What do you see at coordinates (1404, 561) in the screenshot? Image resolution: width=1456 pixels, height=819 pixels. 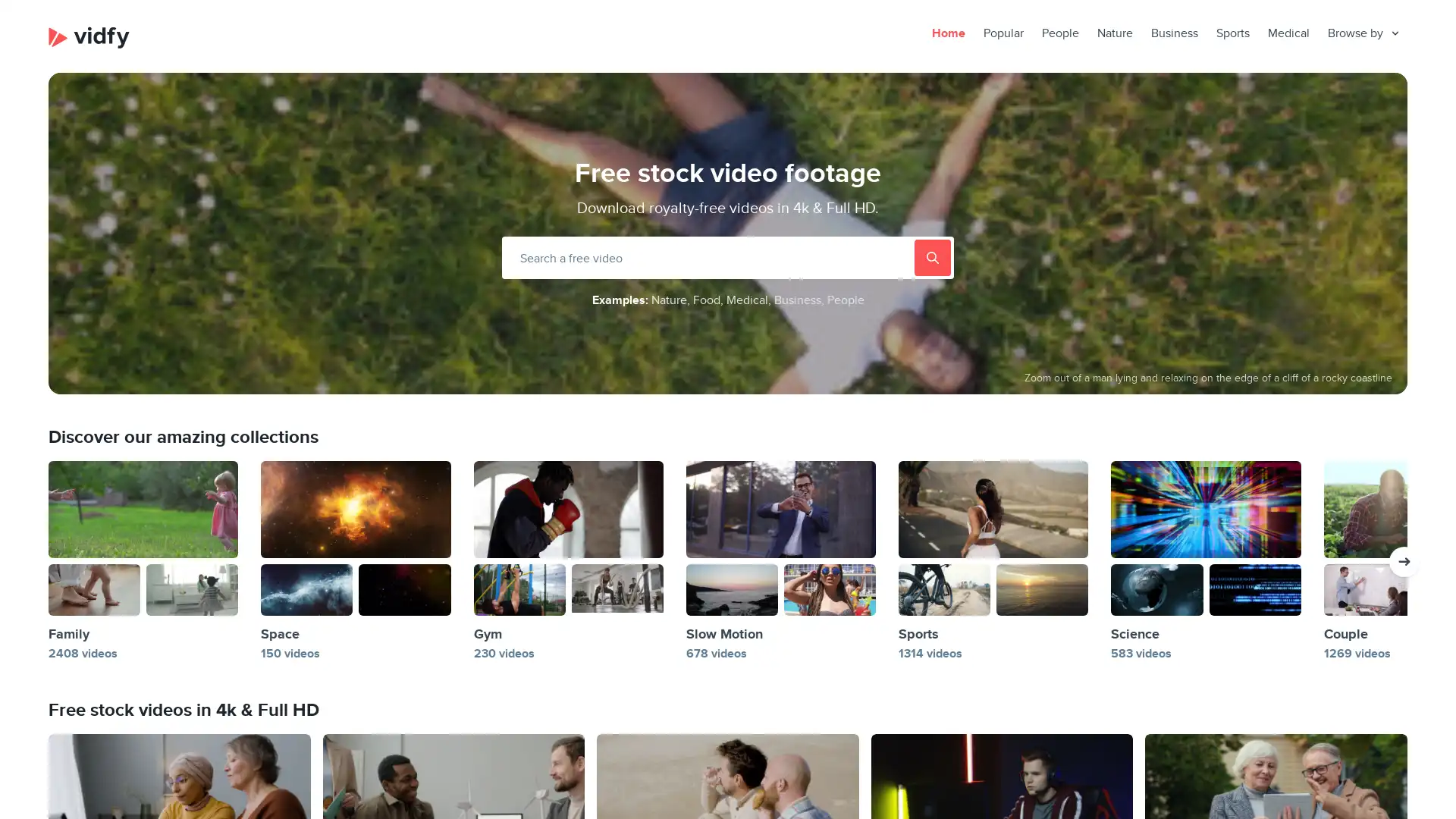 I see `previous presentation` at bounding box center [1404, 561].